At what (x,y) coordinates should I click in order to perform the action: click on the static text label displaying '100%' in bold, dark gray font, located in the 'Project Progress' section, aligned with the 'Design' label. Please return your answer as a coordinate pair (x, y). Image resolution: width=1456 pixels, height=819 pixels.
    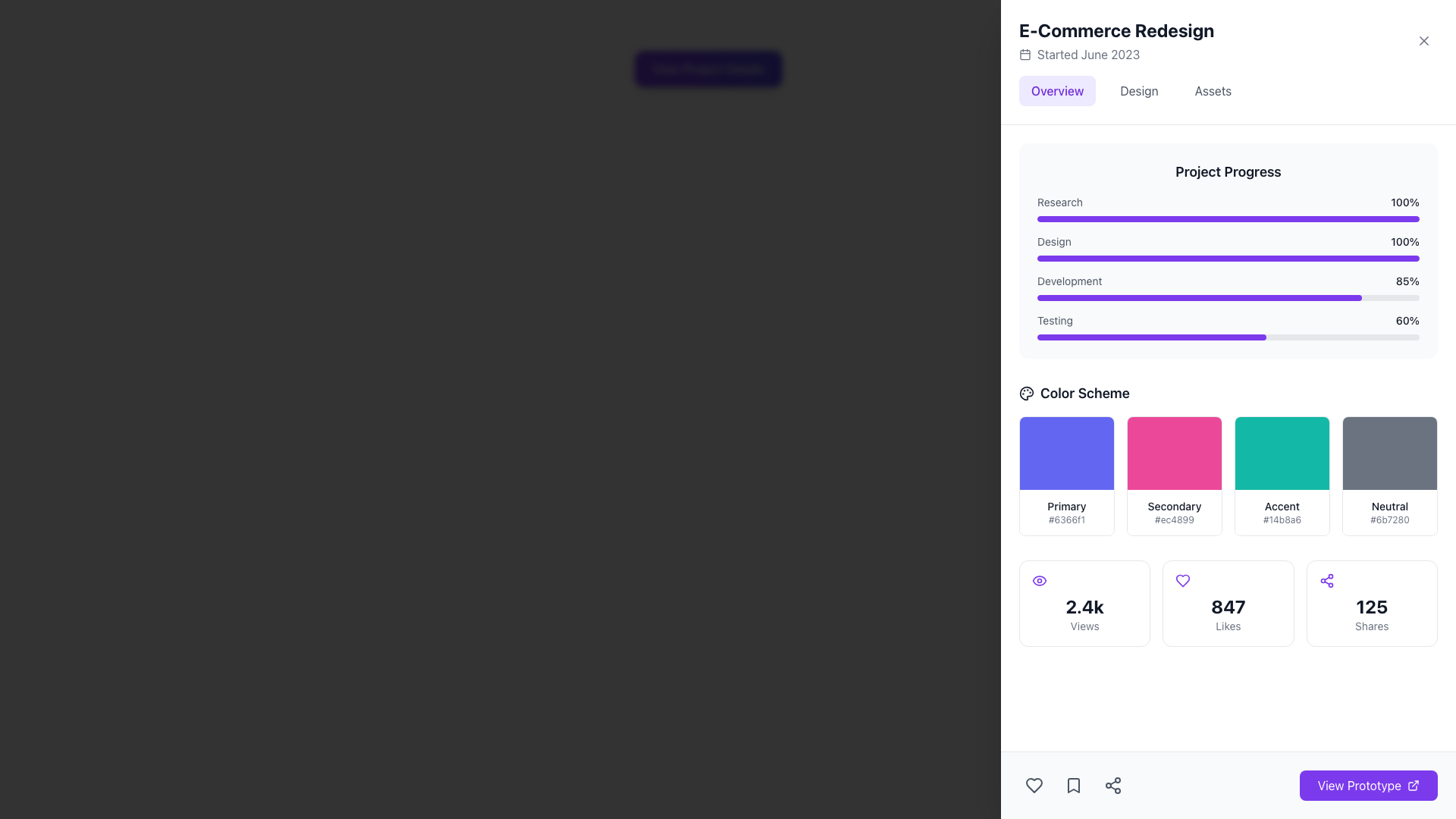
    Looking at the image, I should click on (1404, 241).